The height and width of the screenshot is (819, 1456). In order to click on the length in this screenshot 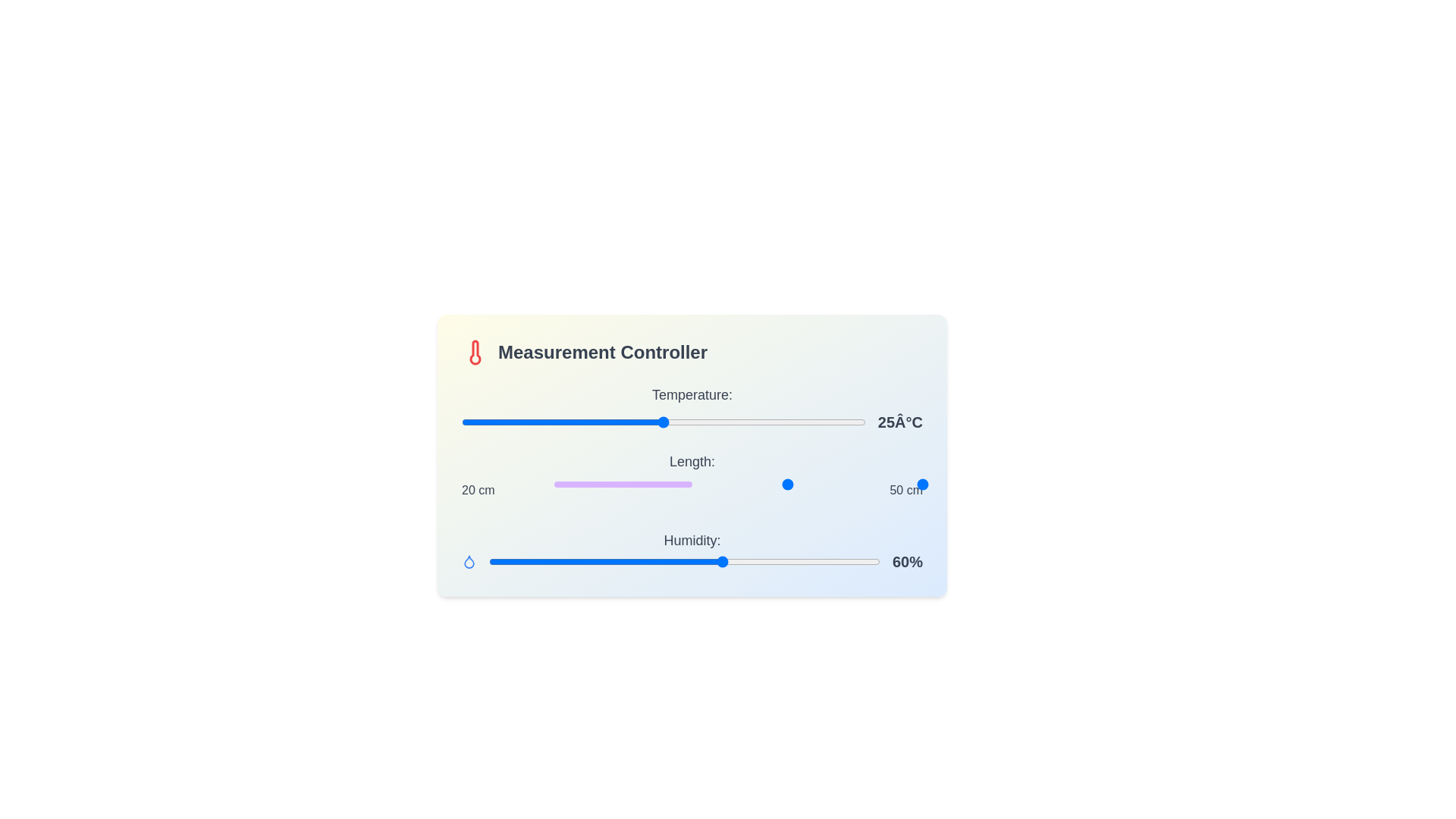, I will do `click(877, 485)`.